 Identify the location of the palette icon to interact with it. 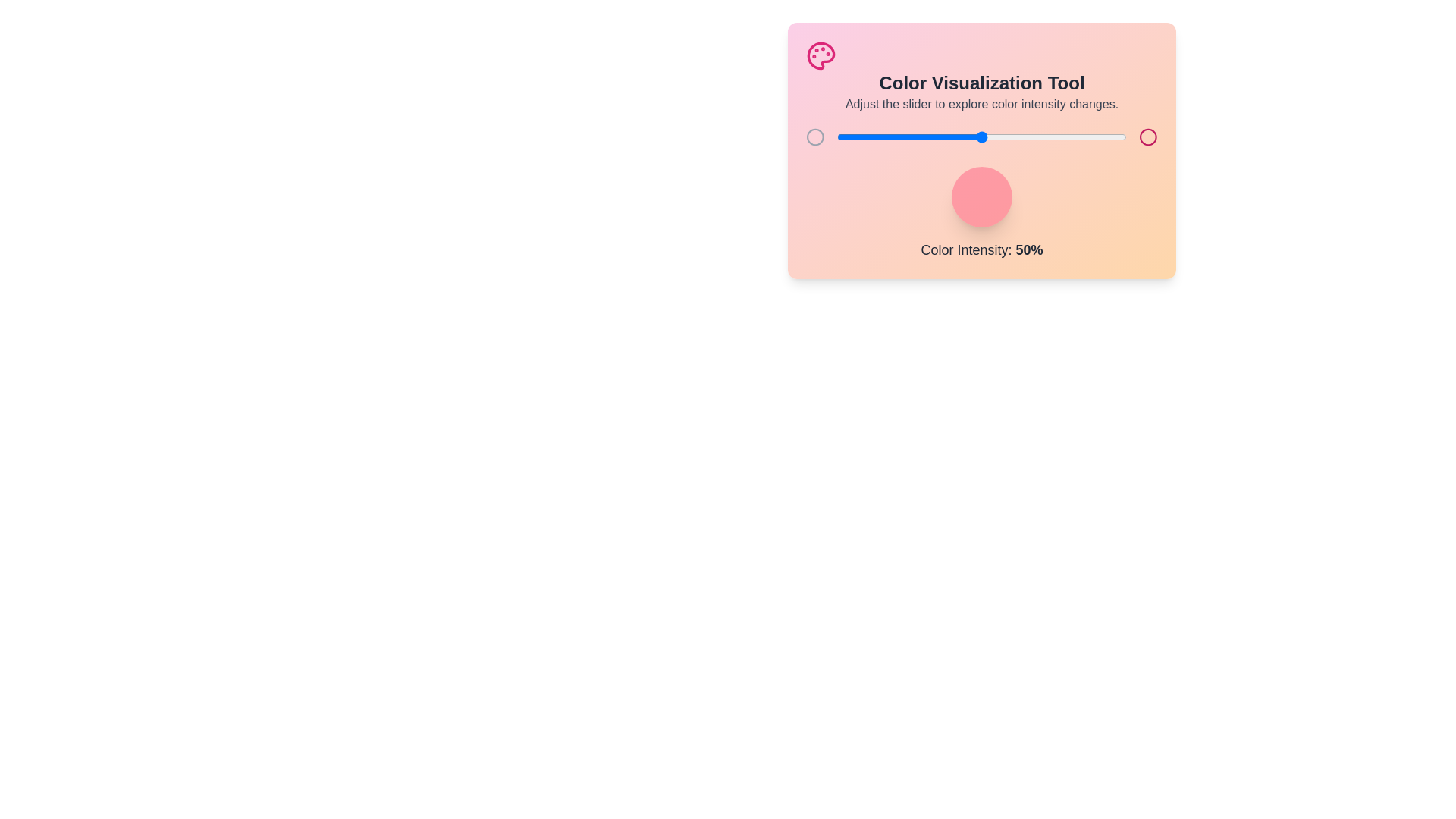
(821, 55).